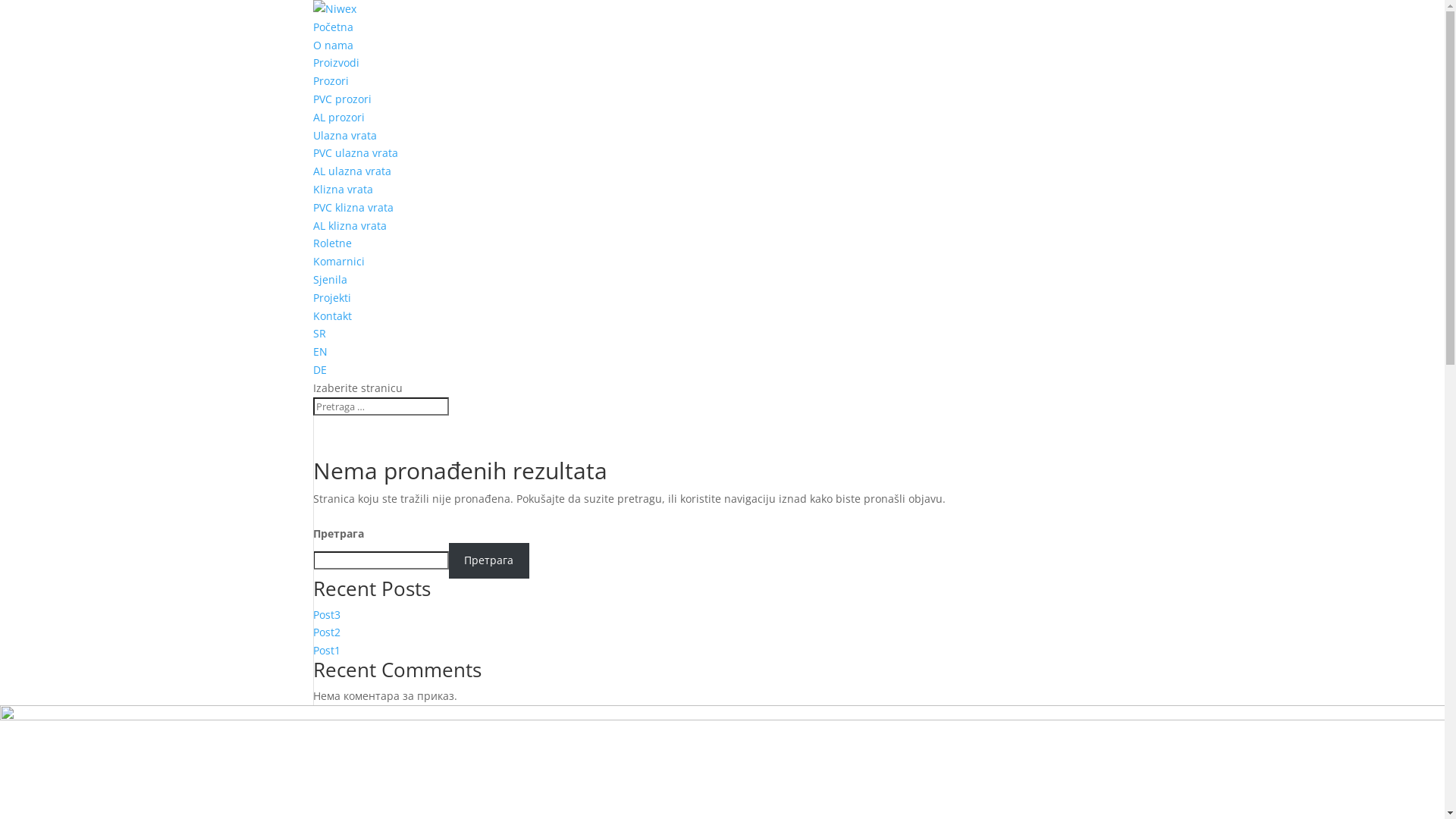  I want to click on 'Roletne', so click(331, 242).